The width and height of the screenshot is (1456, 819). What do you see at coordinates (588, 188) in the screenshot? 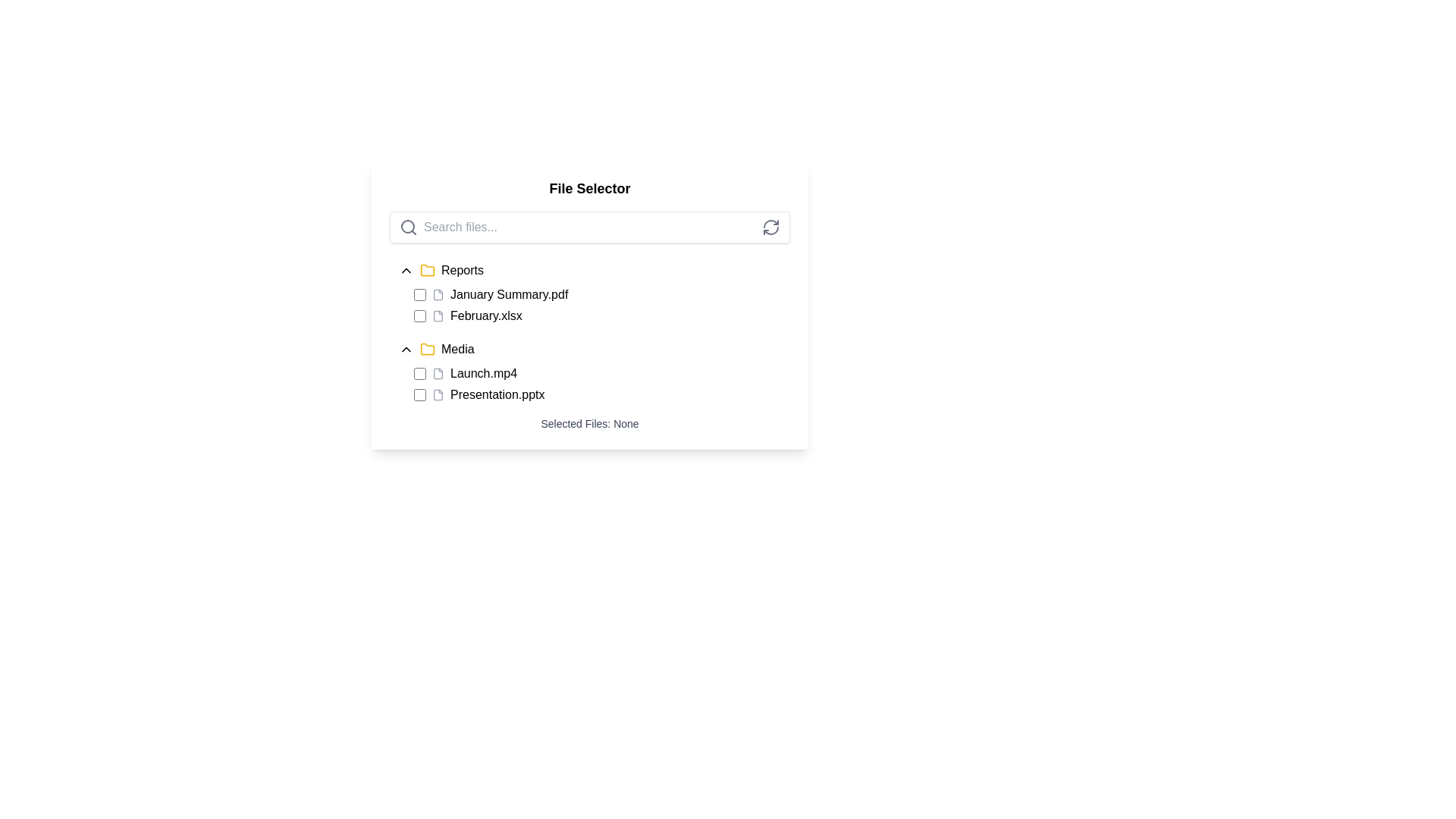
I see `the text header displaying the title 'File Selector', which is styled in bold and is located at the top-center of the interface` at bounding box center [588, 188].